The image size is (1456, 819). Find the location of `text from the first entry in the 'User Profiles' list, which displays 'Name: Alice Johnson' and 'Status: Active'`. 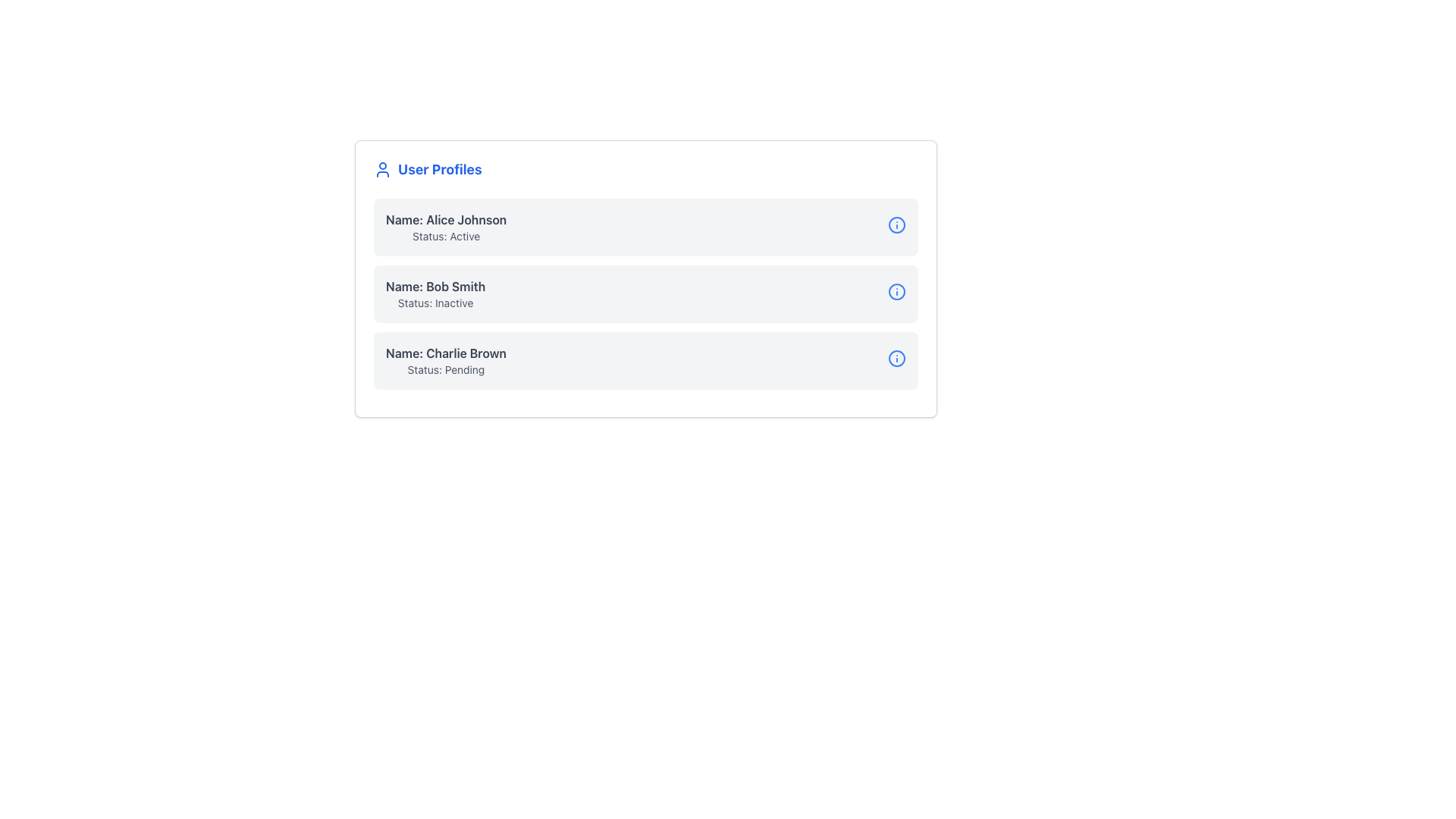

text from the first entry in the 'User Profiles' list, which displays 'Name: Alice Johnson' and 'Status: Active' is located at coordinates (445, 227).